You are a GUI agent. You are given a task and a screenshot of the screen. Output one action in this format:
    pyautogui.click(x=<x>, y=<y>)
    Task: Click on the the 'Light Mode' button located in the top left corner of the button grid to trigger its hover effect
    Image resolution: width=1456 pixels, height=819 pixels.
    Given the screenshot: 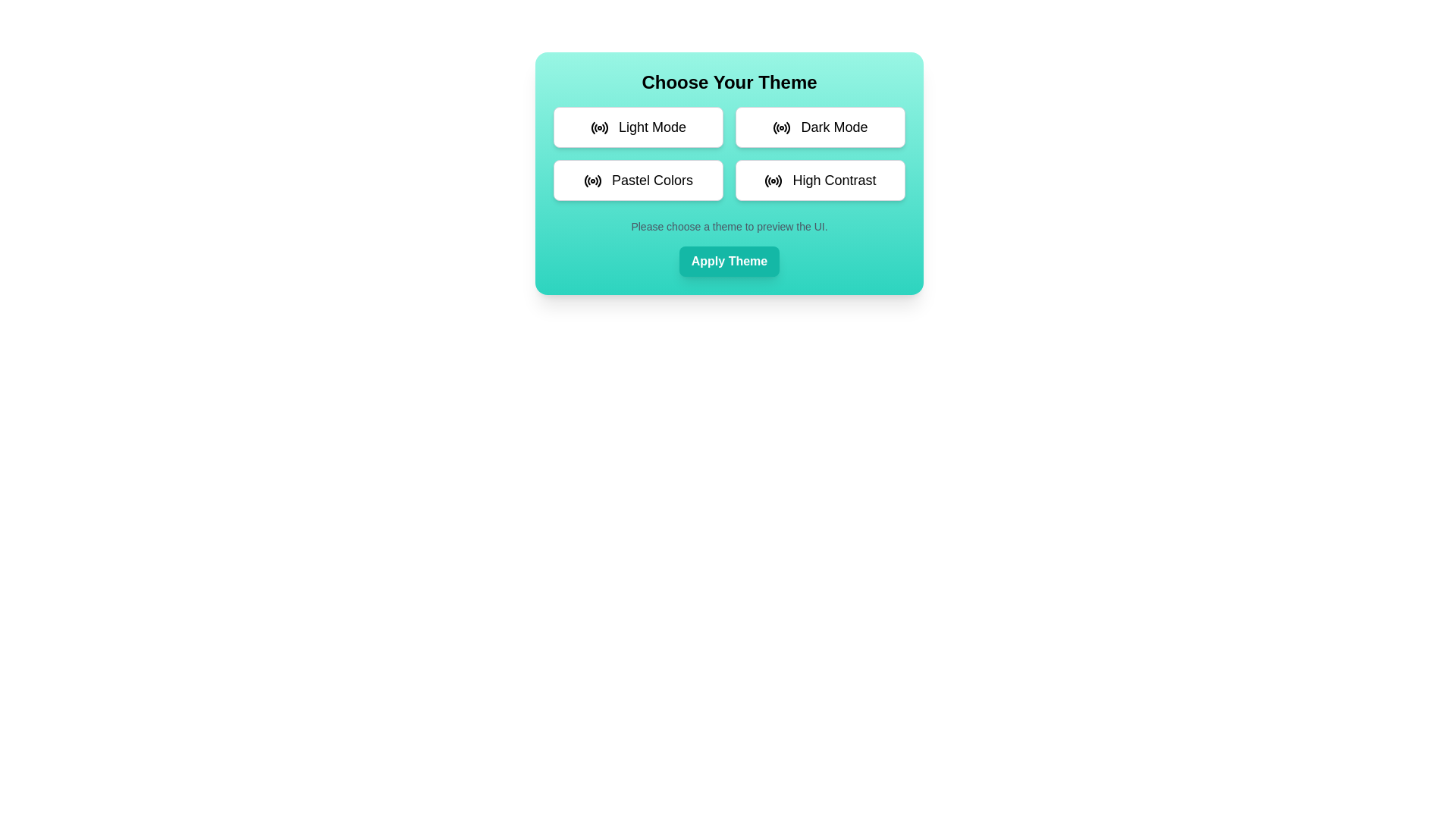 What is the action you would take?
    pyautogui.click(x=638, y=127)
    